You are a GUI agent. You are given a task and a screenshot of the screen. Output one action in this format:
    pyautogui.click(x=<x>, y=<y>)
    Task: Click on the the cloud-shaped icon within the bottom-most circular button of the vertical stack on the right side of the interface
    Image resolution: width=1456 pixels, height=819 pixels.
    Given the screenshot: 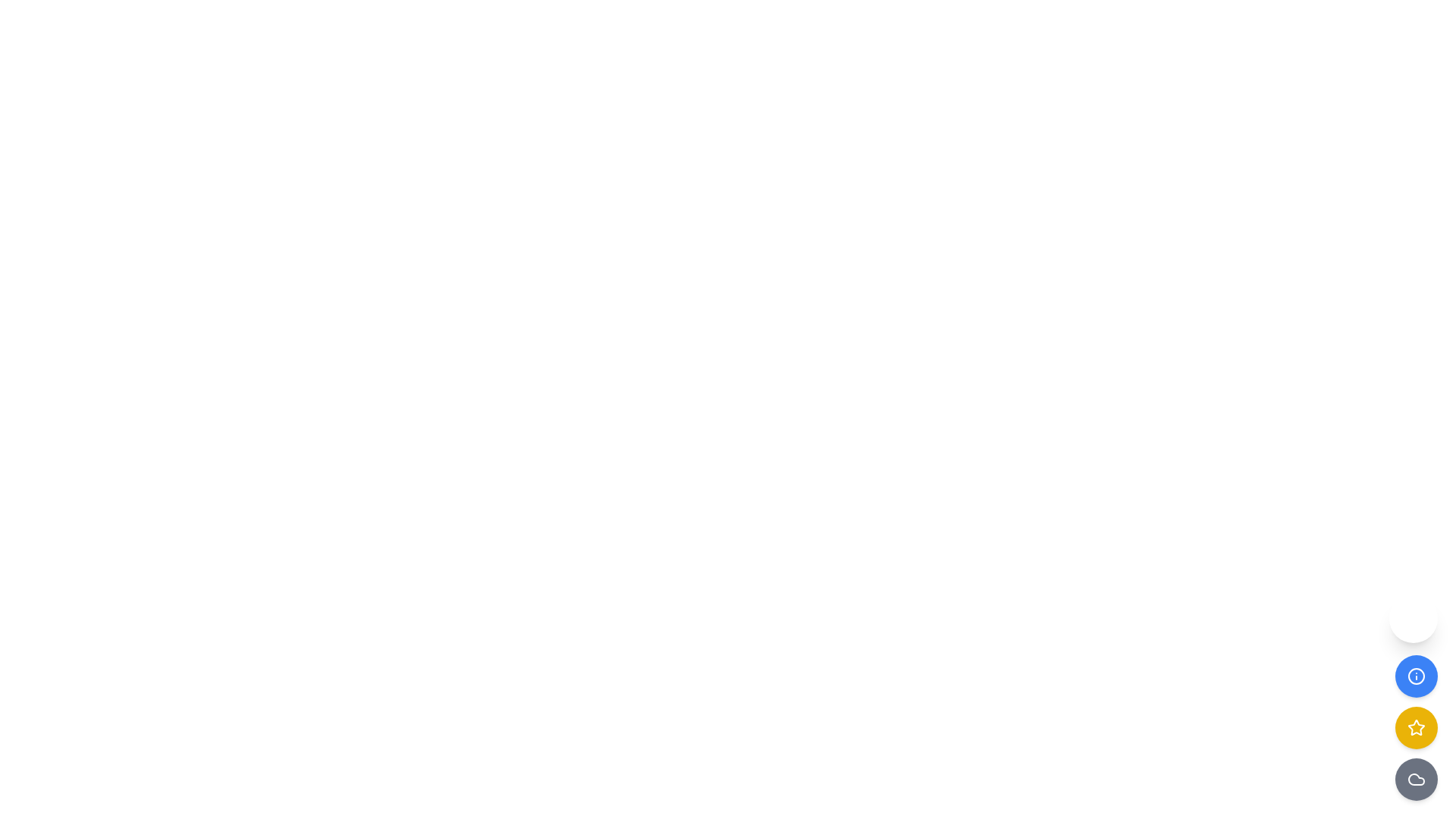 What is the action you would take?
    pyautogui.click(x=1415, y=780)
    